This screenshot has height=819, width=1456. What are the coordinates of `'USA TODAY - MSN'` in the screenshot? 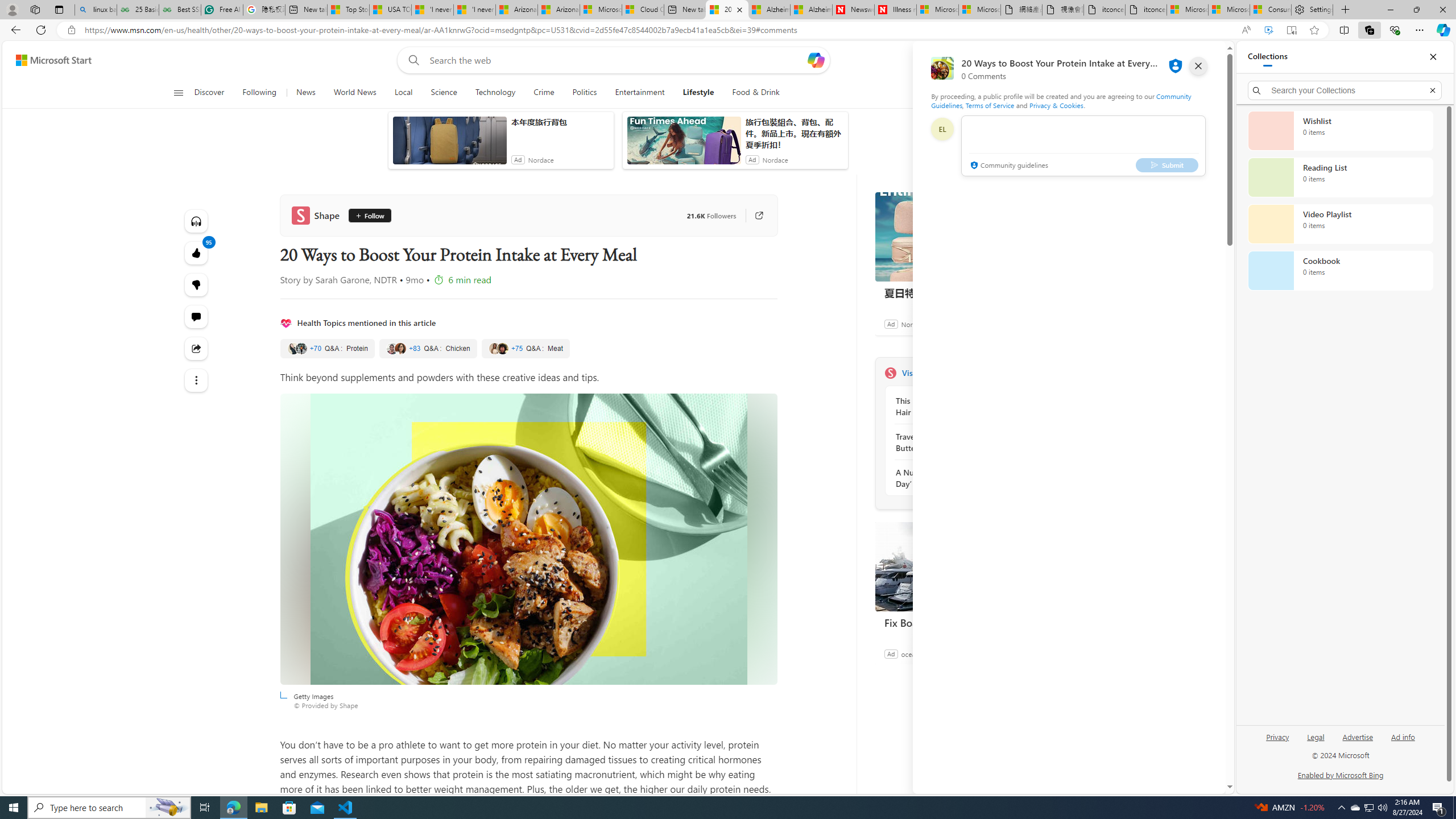 It's located at (390, 9).